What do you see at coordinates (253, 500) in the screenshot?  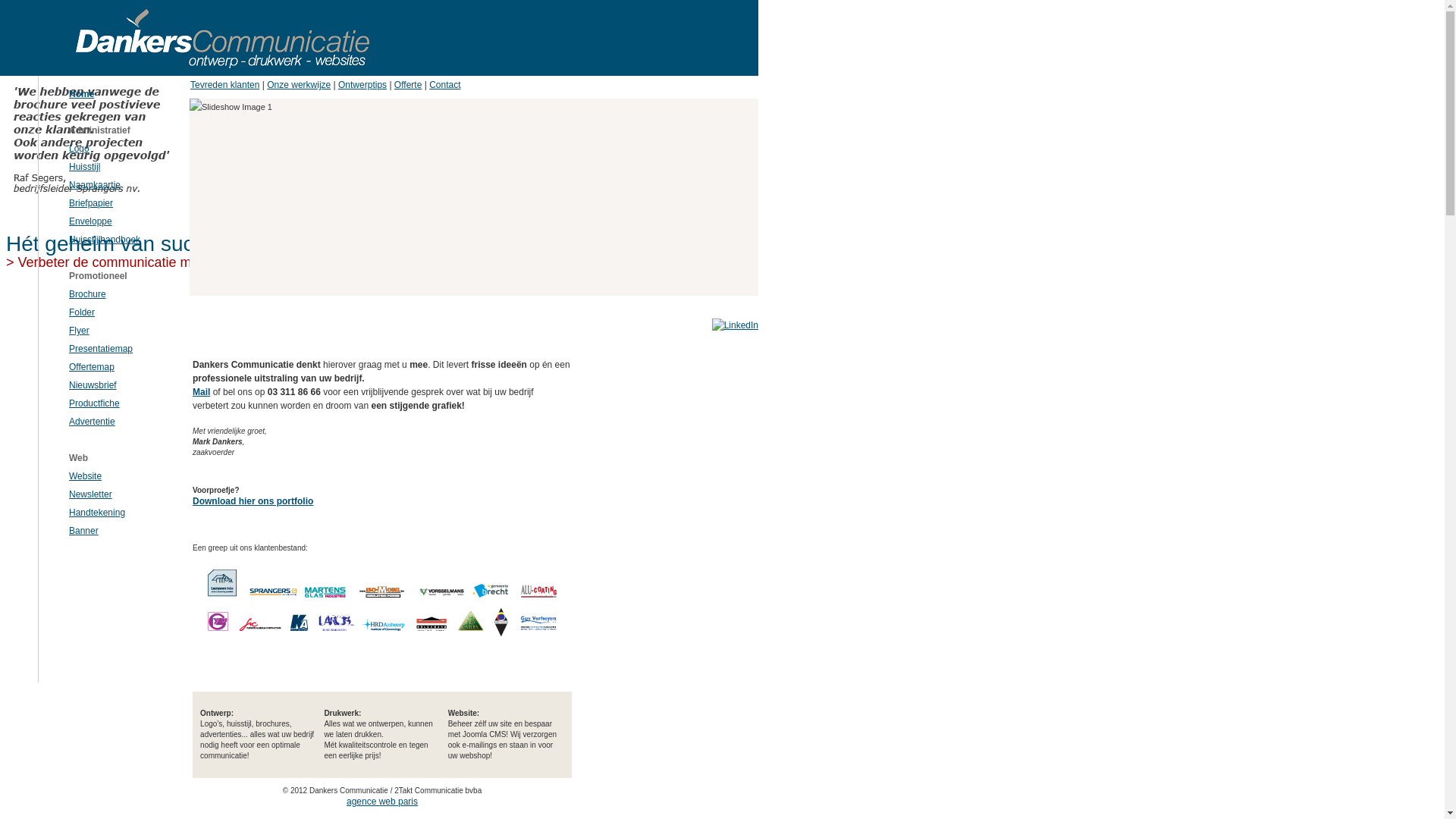 I see `'Download hier ons portfolio'` at bounding box center [253, 500].